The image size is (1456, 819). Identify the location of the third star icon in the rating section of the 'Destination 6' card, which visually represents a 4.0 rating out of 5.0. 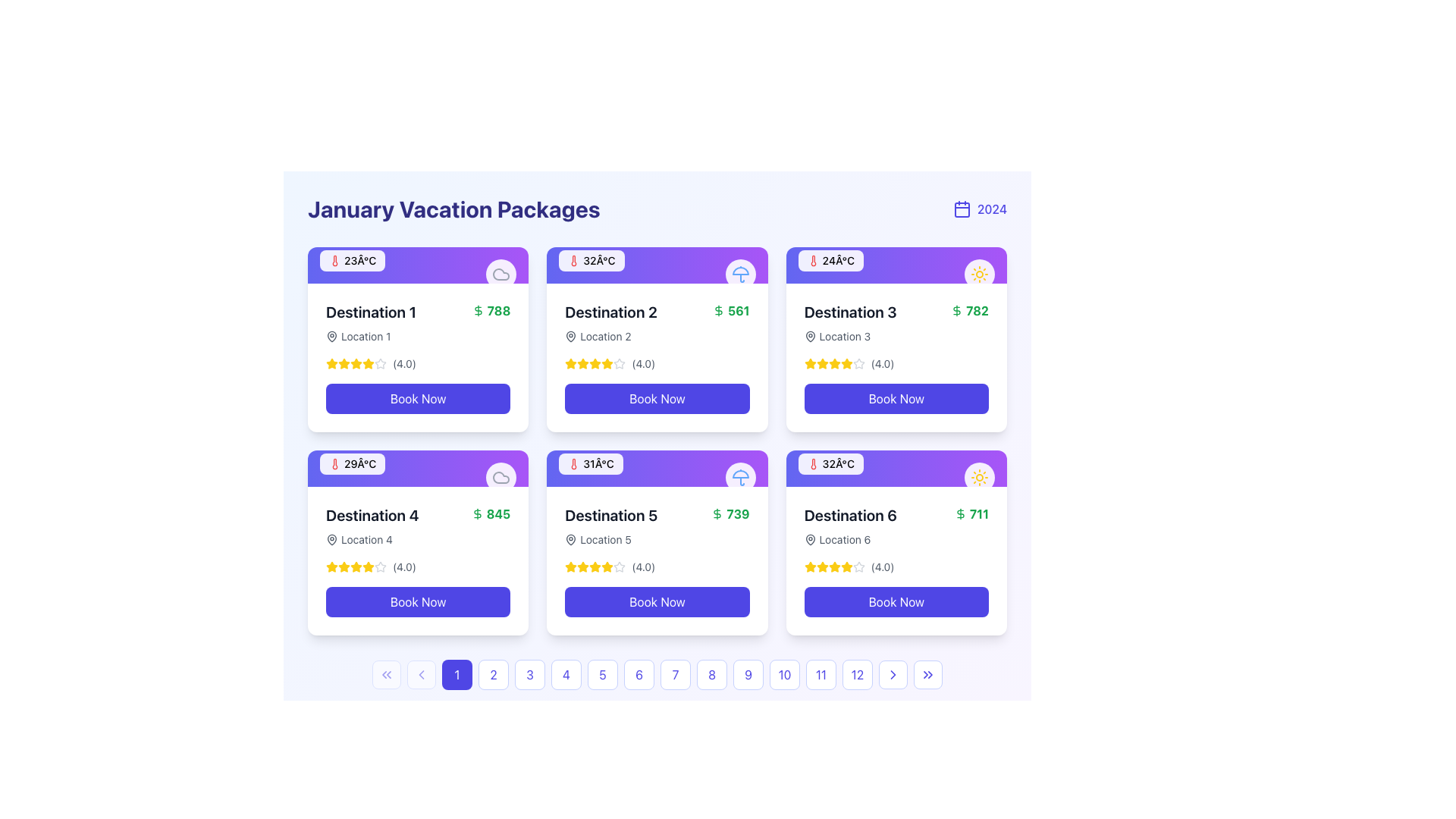
(821, 567).